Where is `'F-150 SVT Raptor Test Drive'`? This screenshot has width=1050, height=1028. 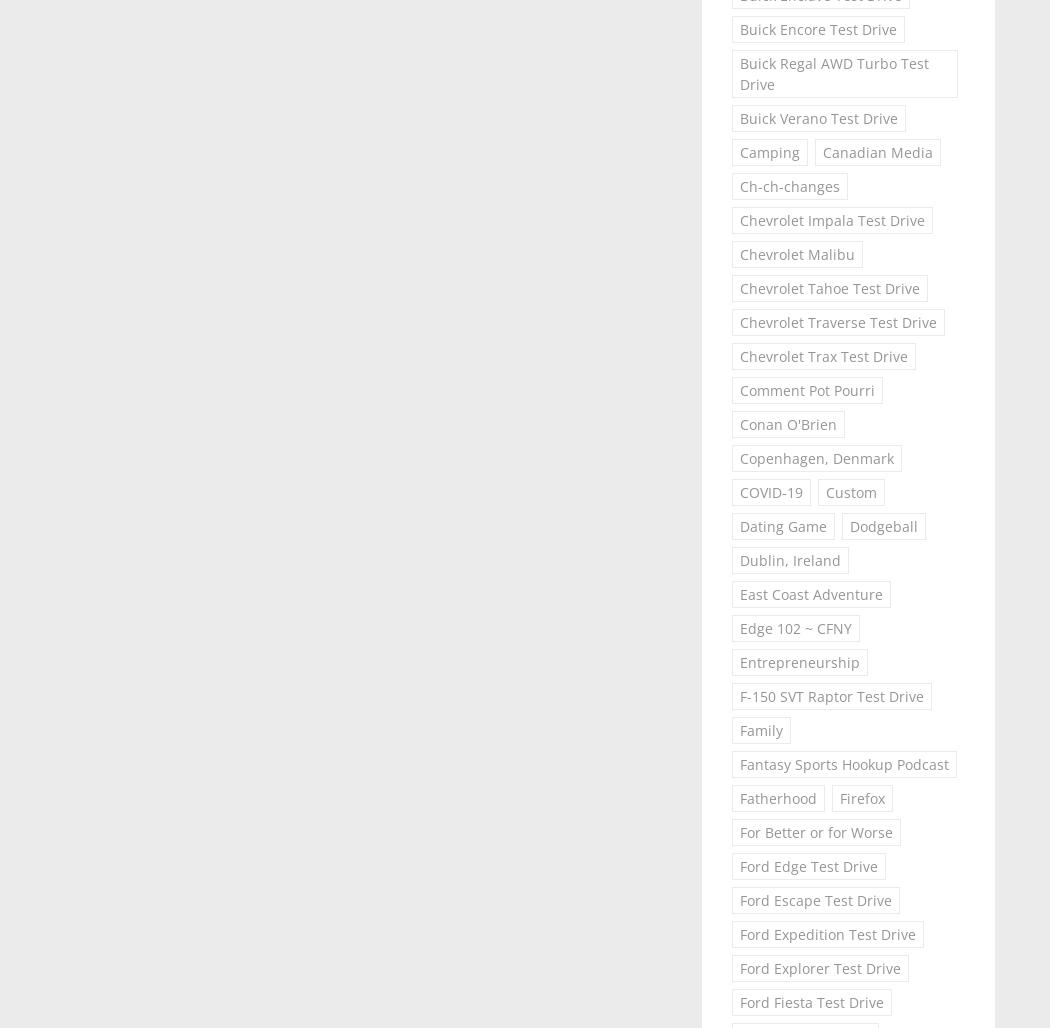 'F-150 SVT Raptor Test Drive' is located at coordinates (830, 696).